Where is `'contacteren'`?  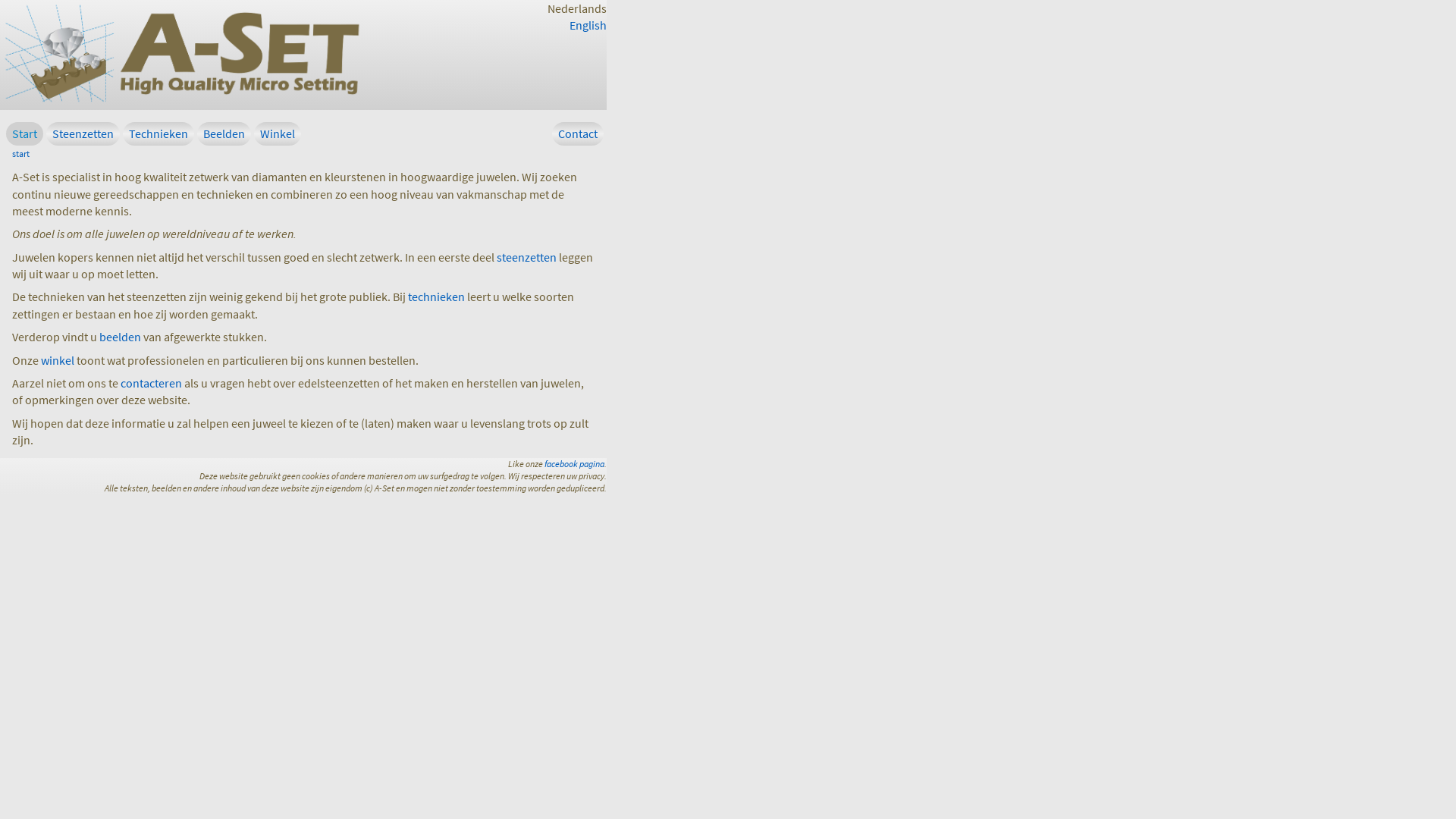 'contacteren' is located at coordinates (119, 382).